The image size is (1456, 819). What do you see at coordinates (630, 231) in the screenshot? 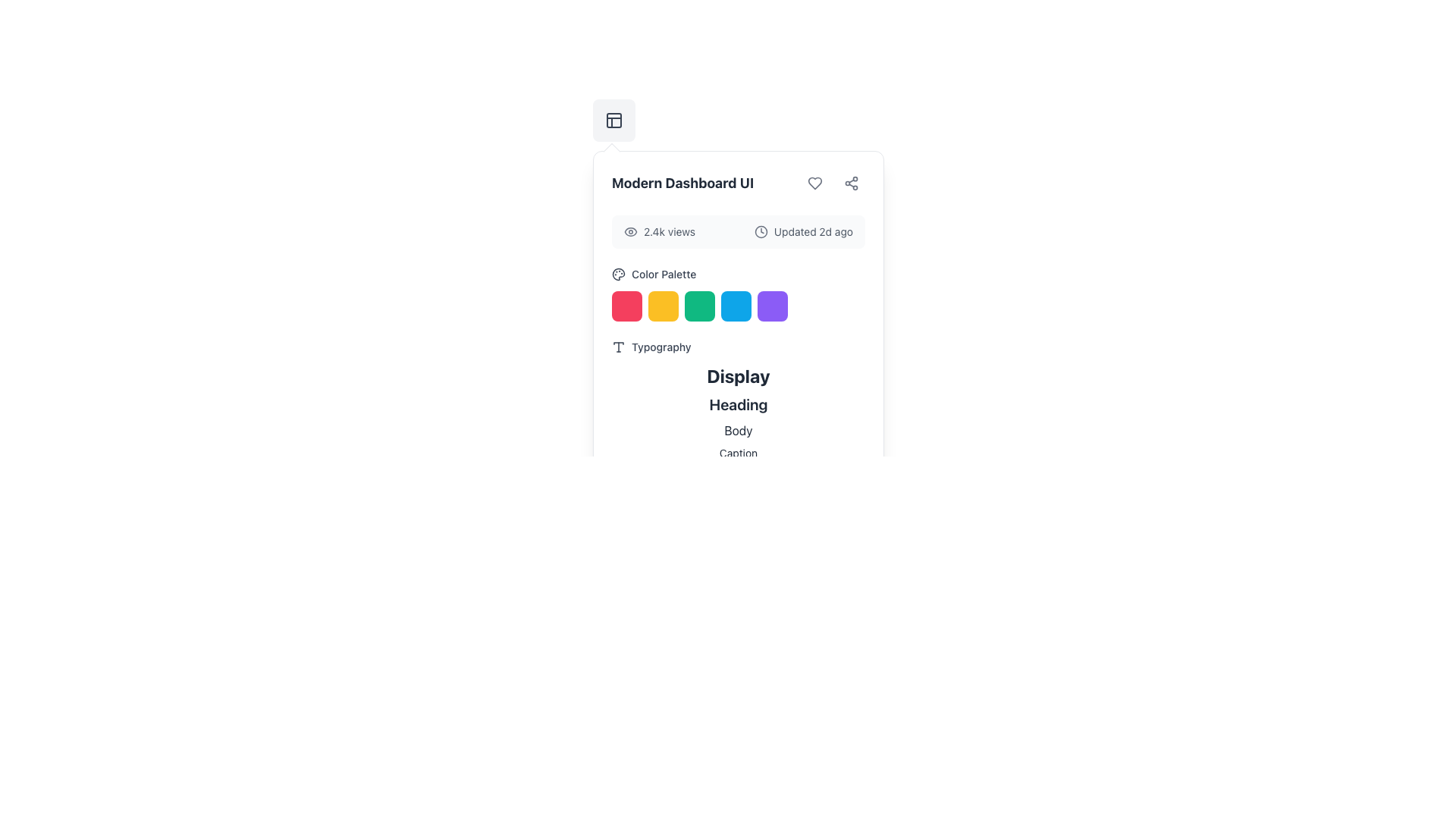
I see `the eye-shaped icon, which is gray and positioned to the left of the text '2.4k views'` at bounding box center [630, 231].